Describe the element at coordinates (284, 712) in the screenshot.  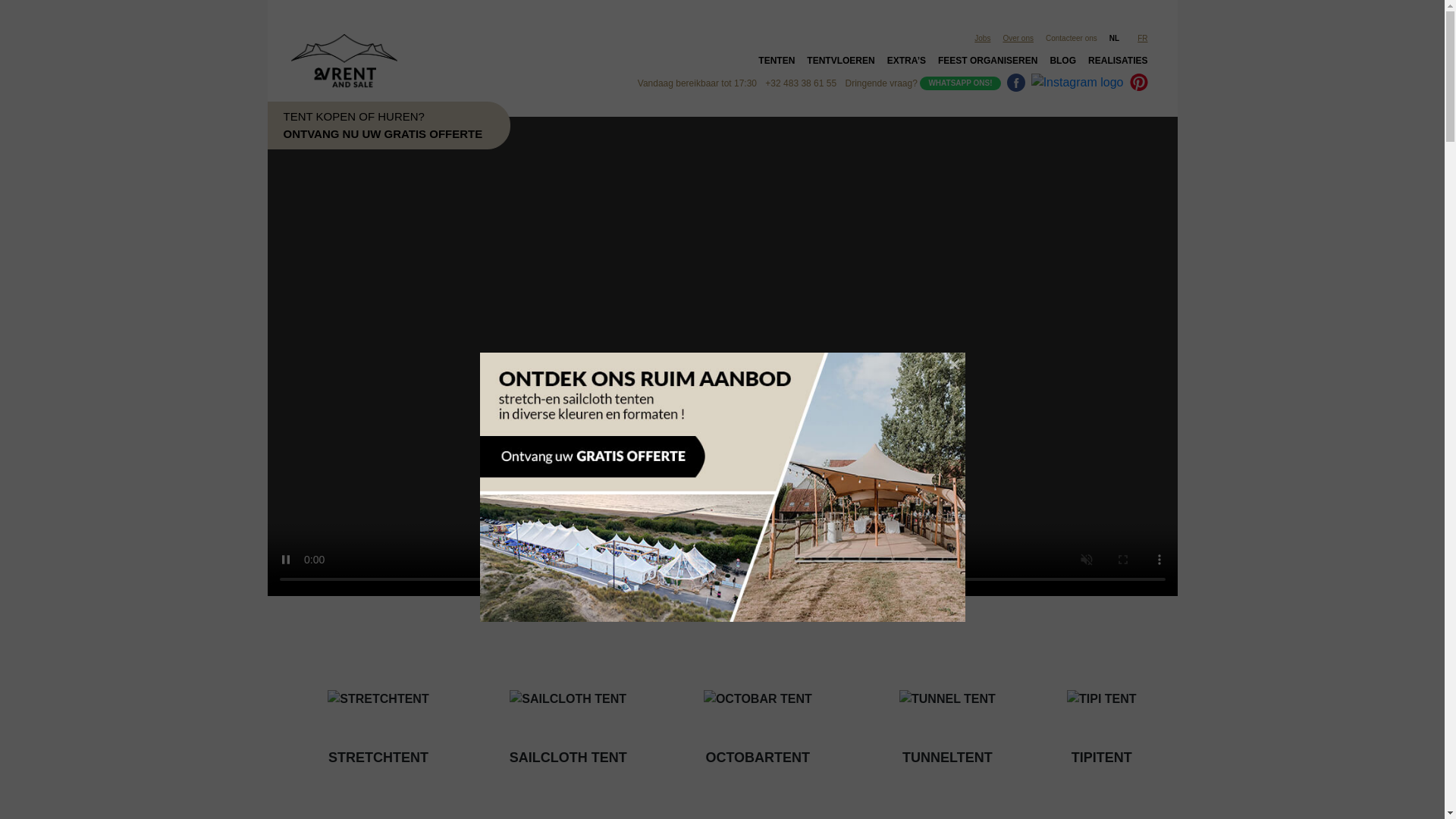
I see `'STRETCHTENT'` at that location.